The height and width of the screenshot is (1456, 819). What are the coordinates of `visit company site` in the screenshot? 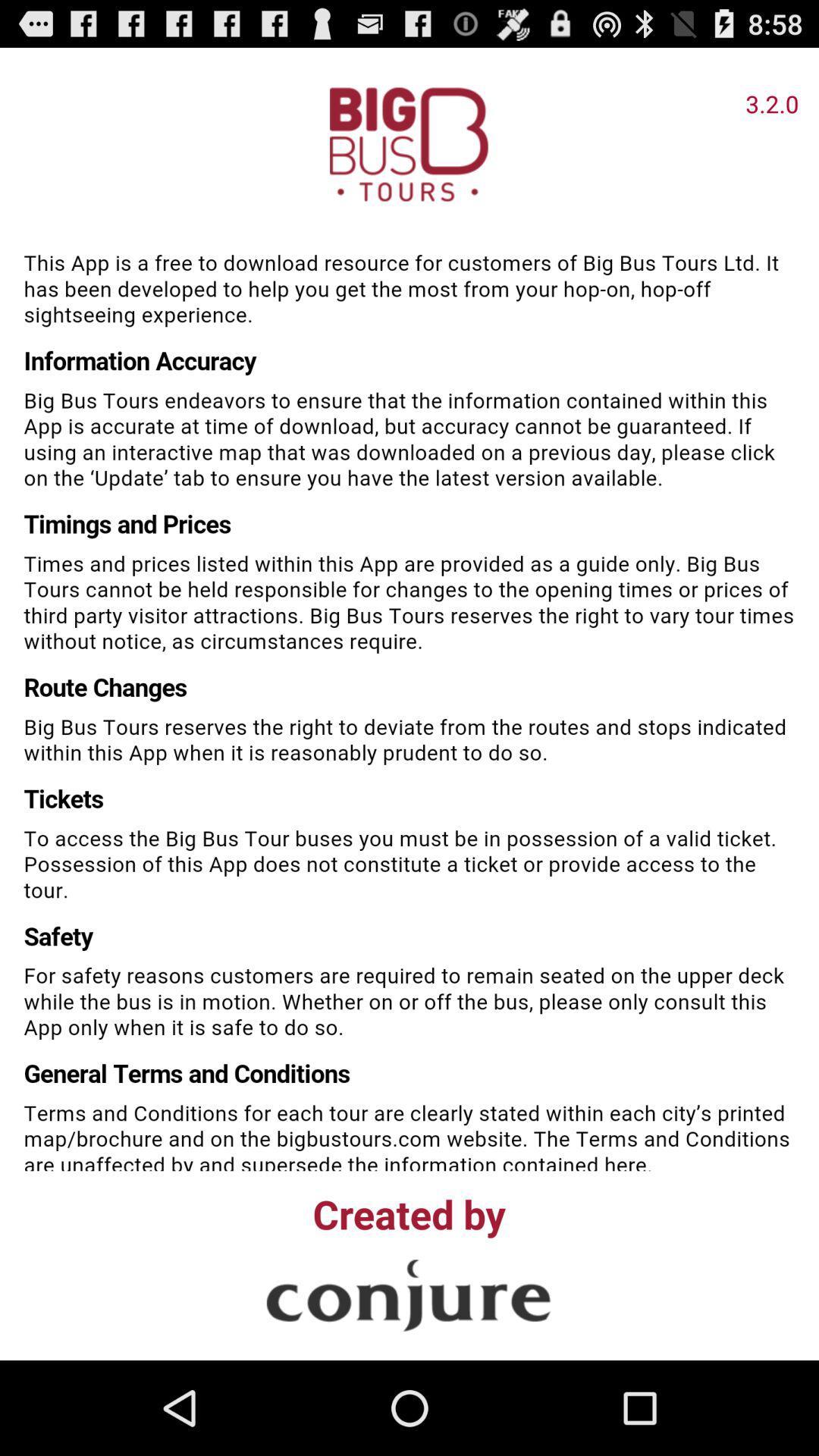 It's located at (408, 1294).